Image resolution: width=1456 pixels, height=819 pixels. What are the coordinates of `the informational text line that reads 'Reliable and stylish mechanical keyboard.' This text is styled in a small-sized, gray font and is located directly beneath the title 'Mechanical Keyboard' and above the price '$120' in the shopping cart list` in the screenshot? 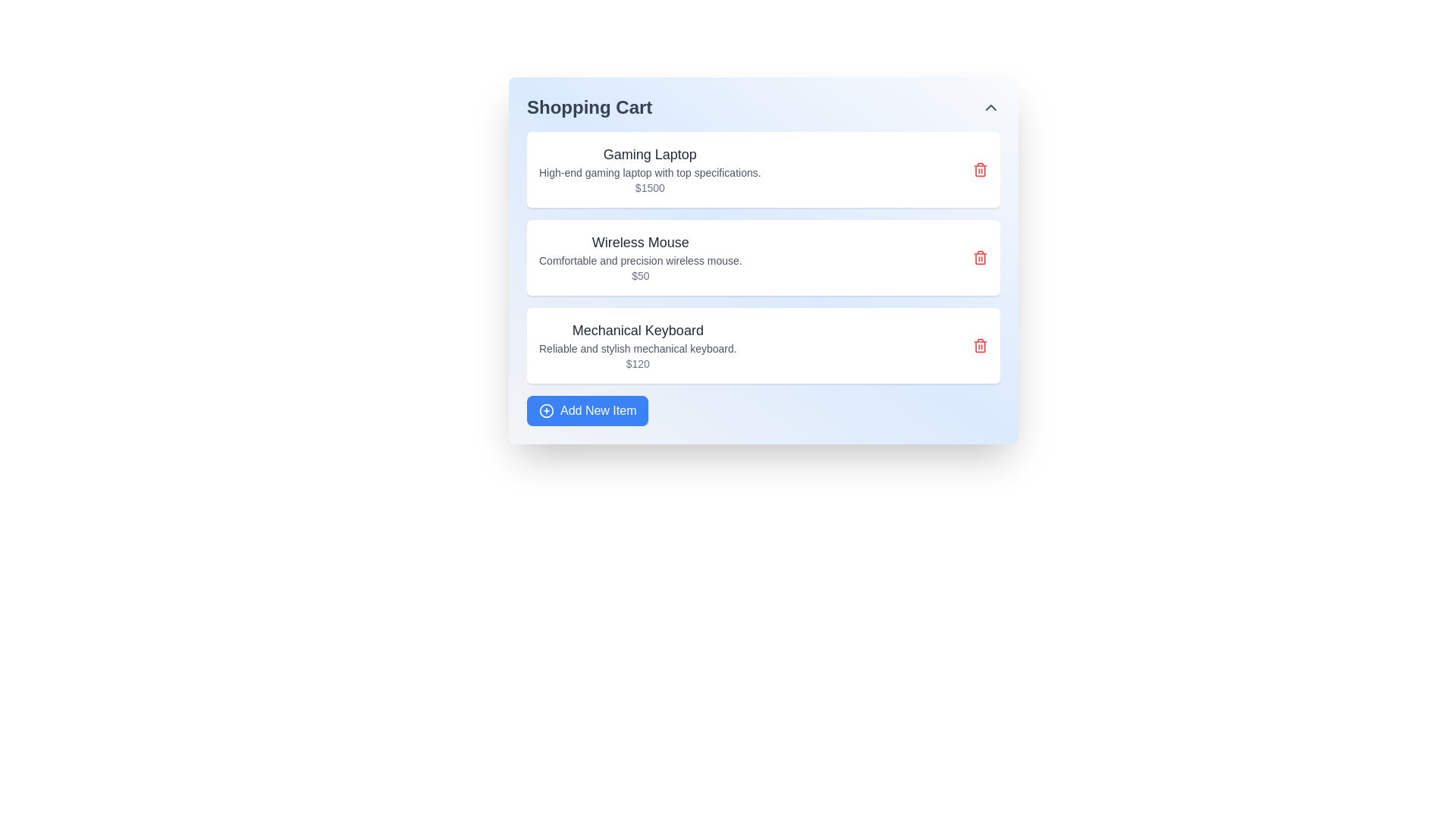 It's located at (638, 348).